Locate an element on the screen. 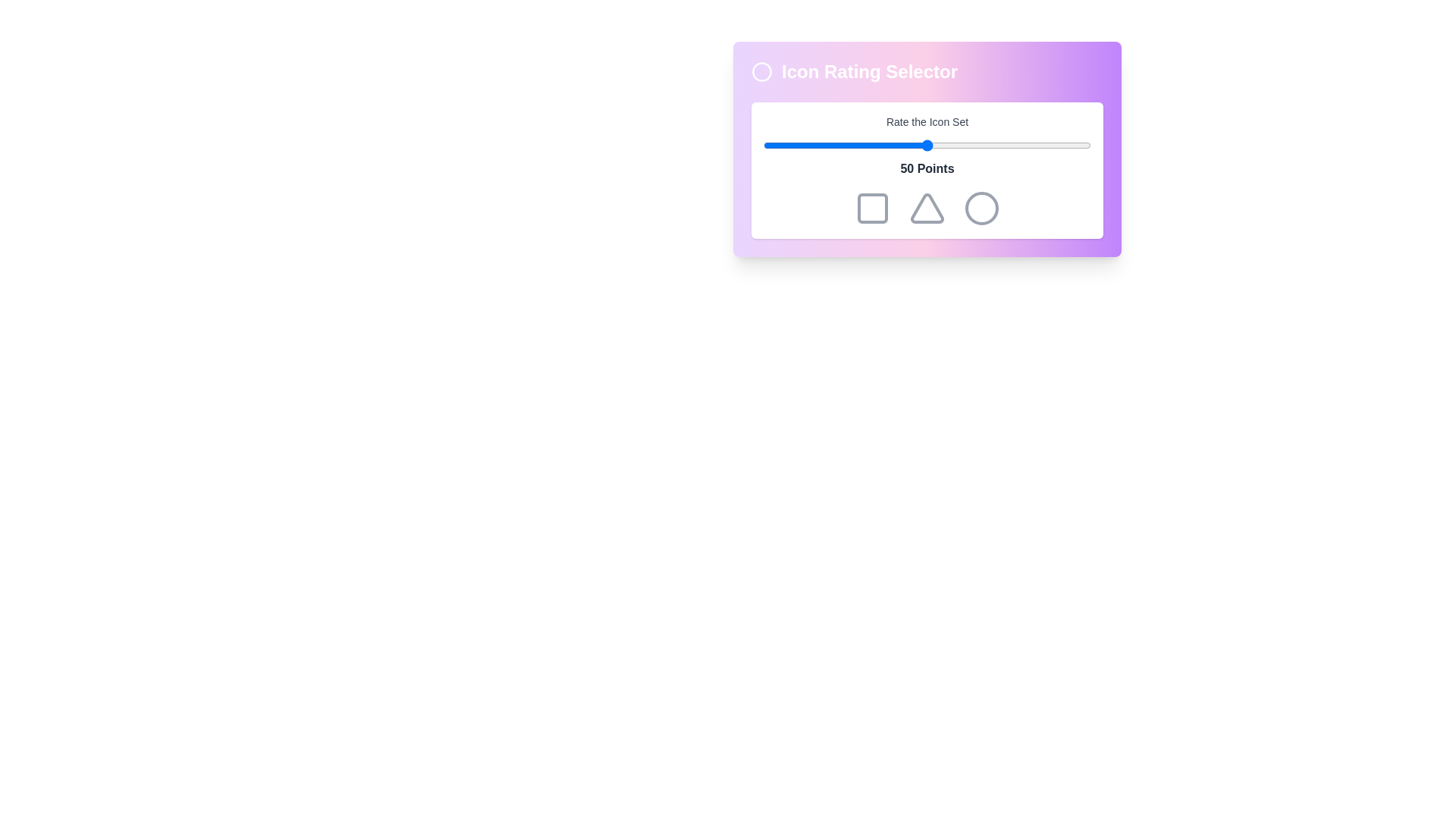 This screenshot has width=1456, height=819. the rating to 87 by moving the slider is located at coordinates (1047, 146).